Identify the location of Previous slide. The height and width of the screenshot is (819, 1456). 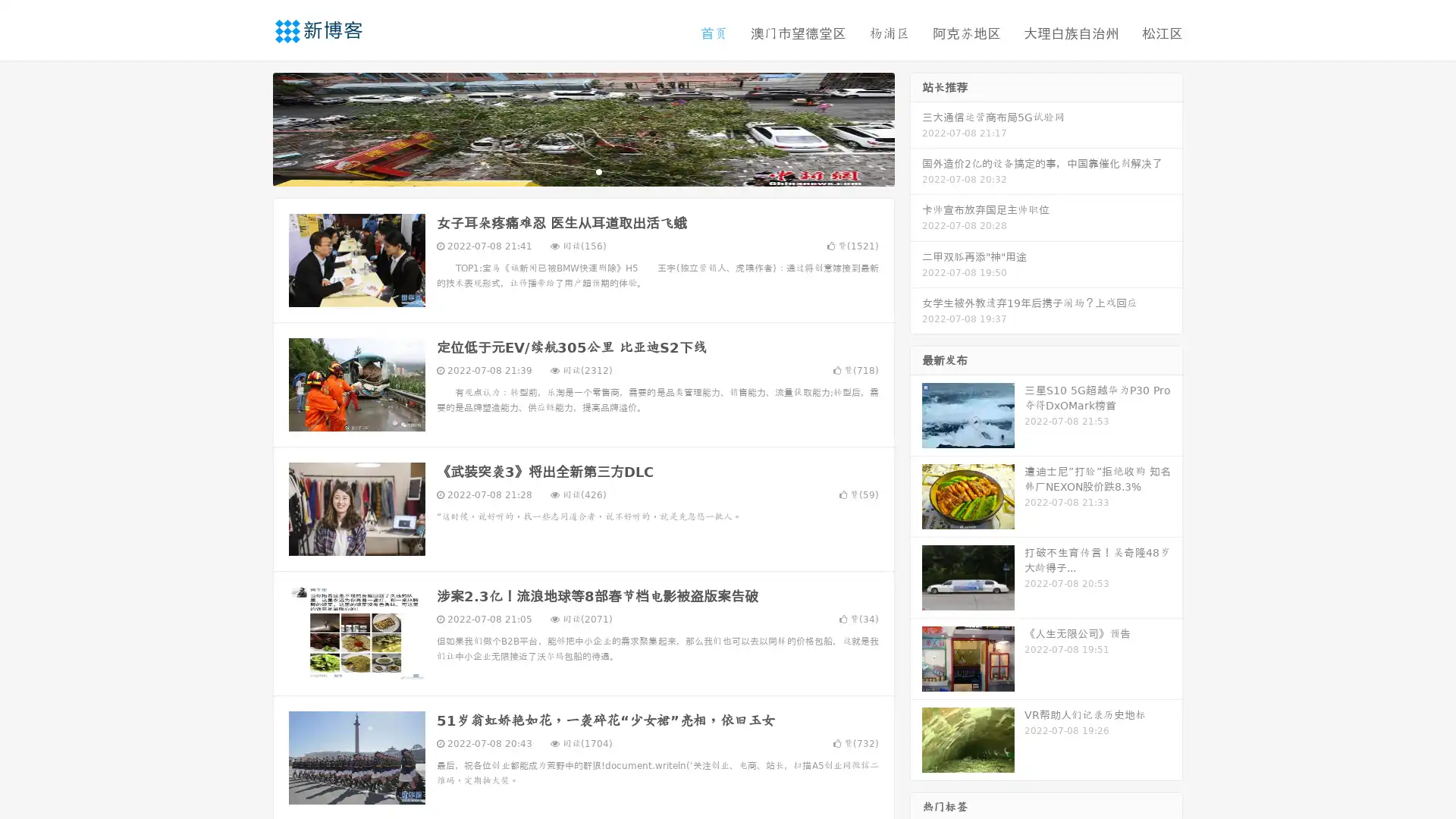
(250, 127).